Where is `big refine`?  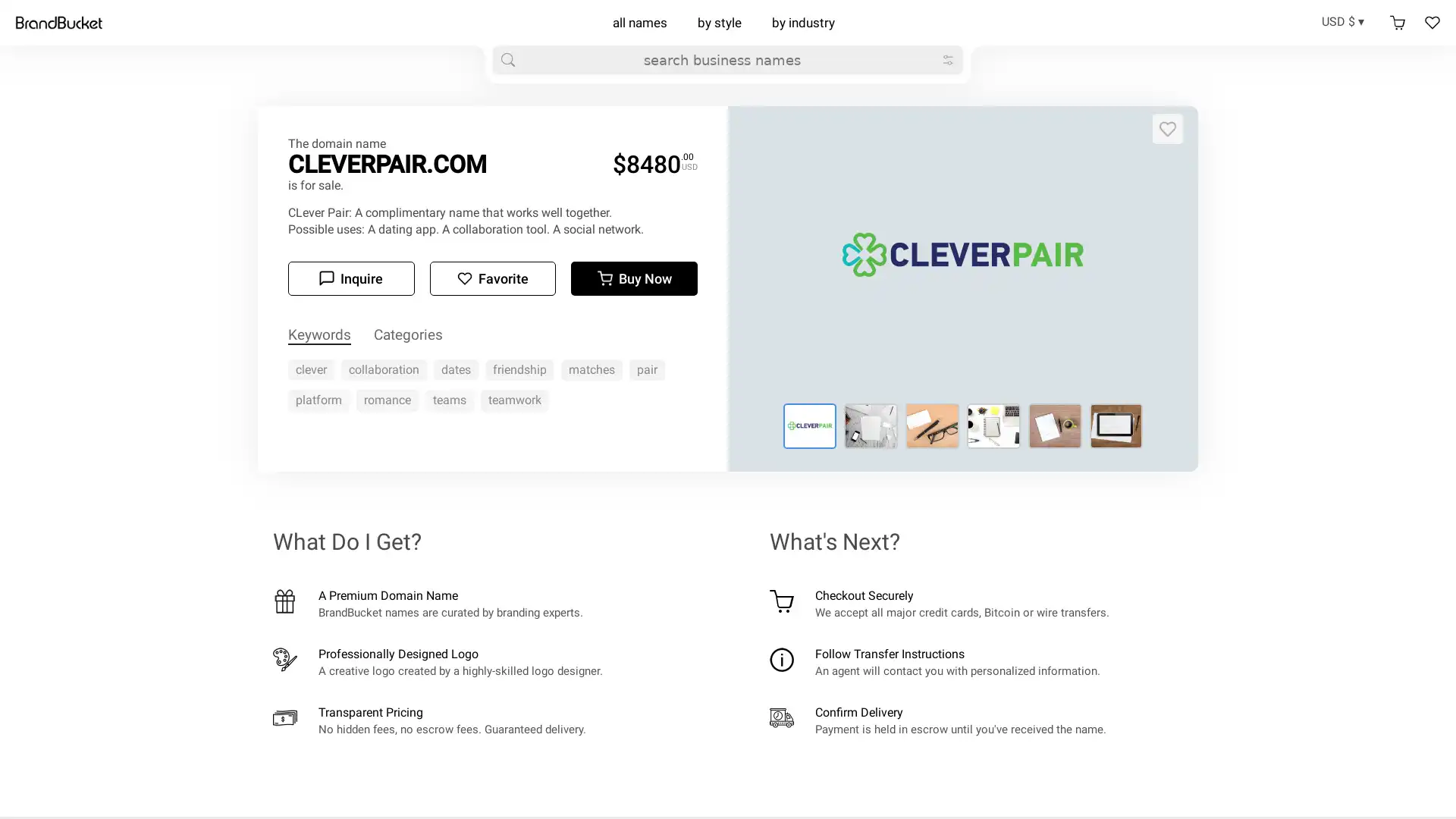 big refine is located at coordinates (946, 58).